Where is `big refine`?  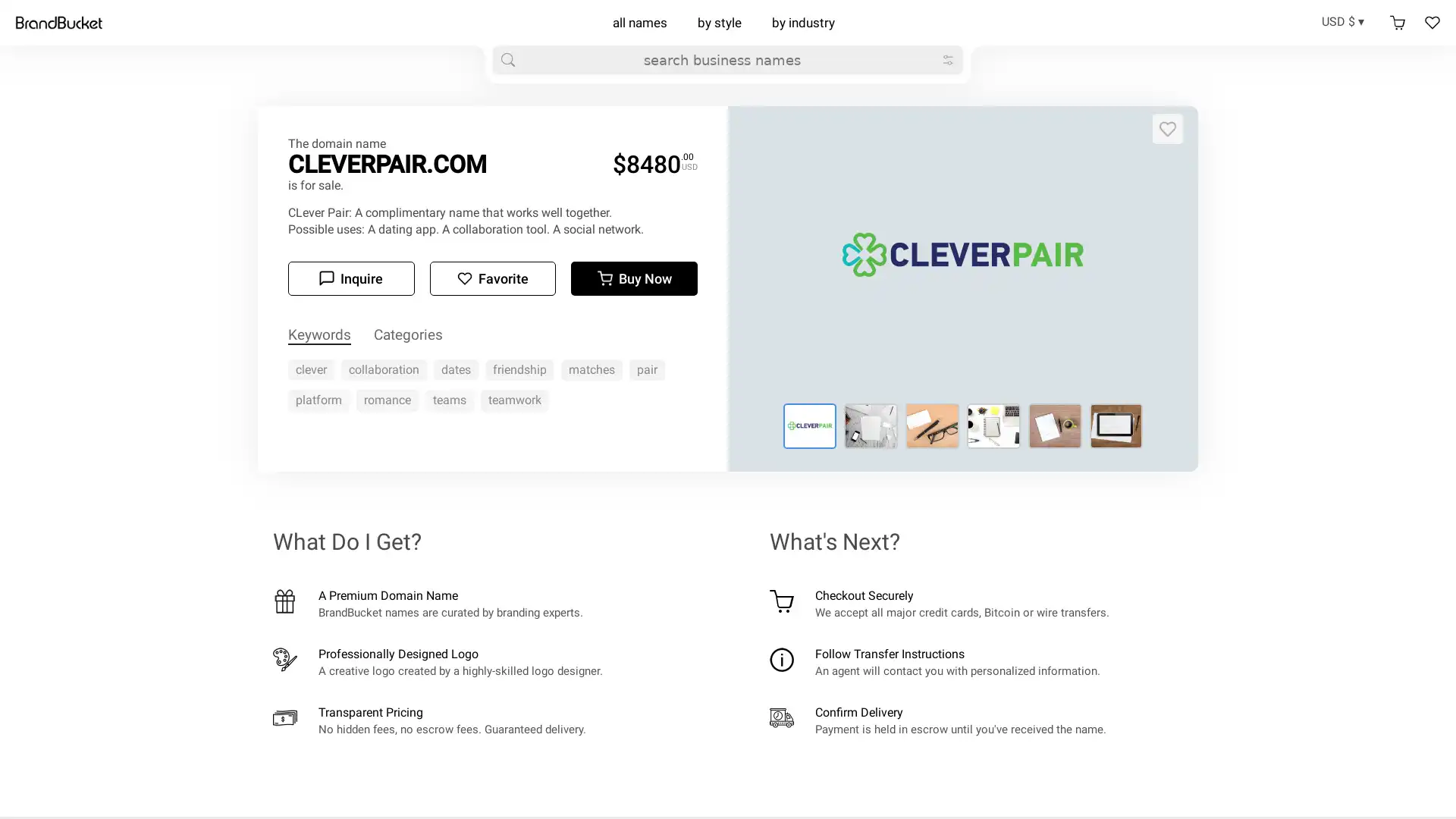 big refine is located at coordinates (946, 58).